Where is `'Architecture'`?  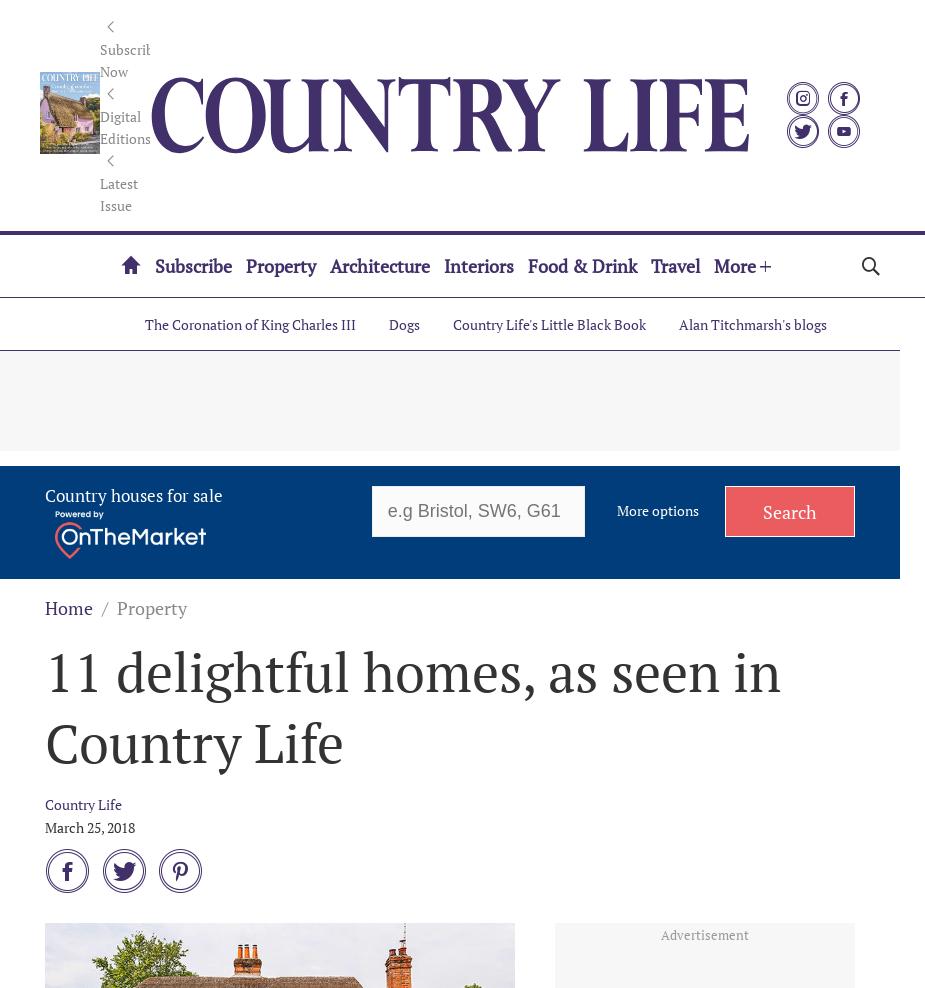 'Architecture' is located at coordinates (378, 264).